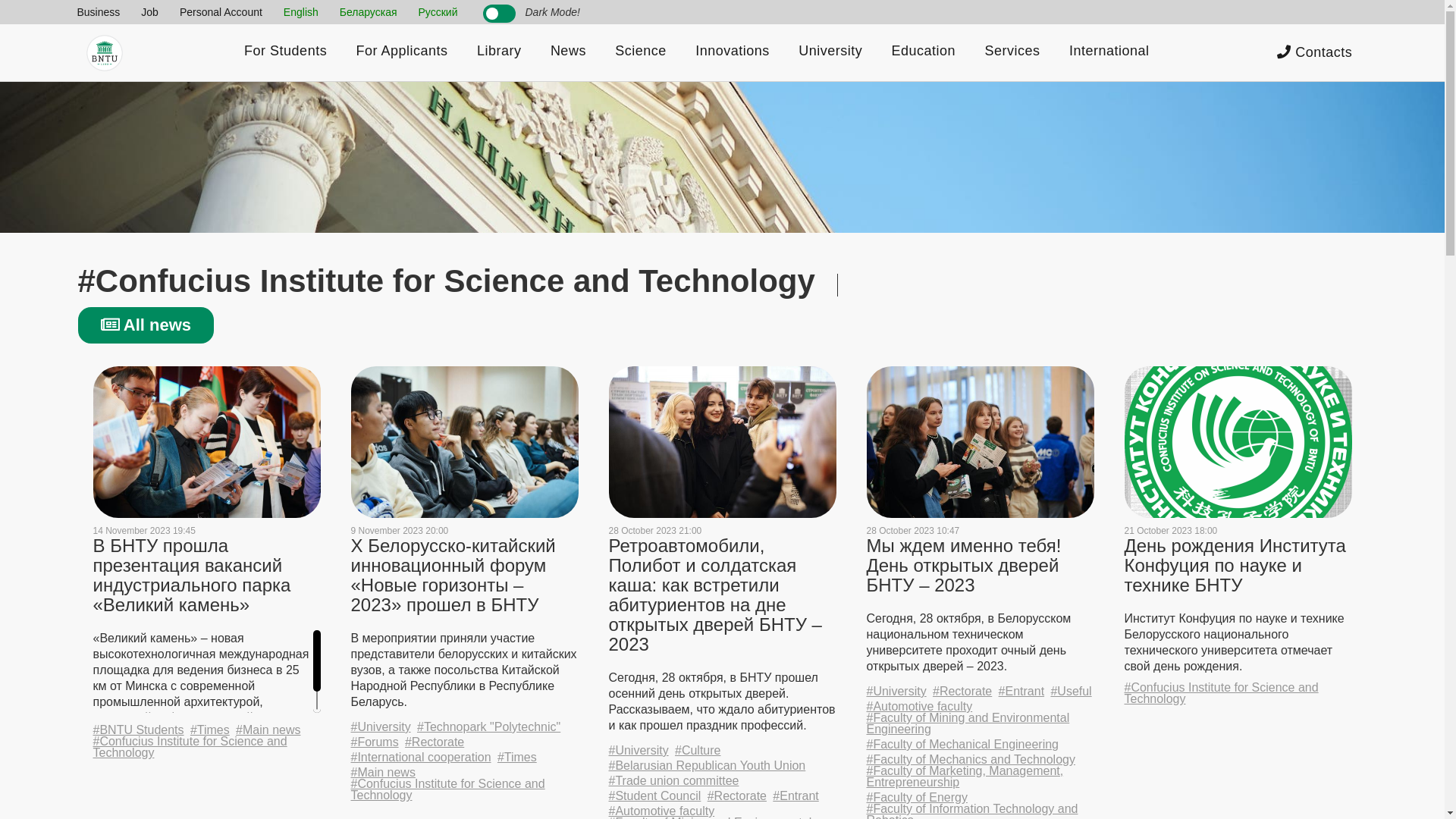  I want to click on '#Confucius Institute for Science and Technology', so click(463, 789).